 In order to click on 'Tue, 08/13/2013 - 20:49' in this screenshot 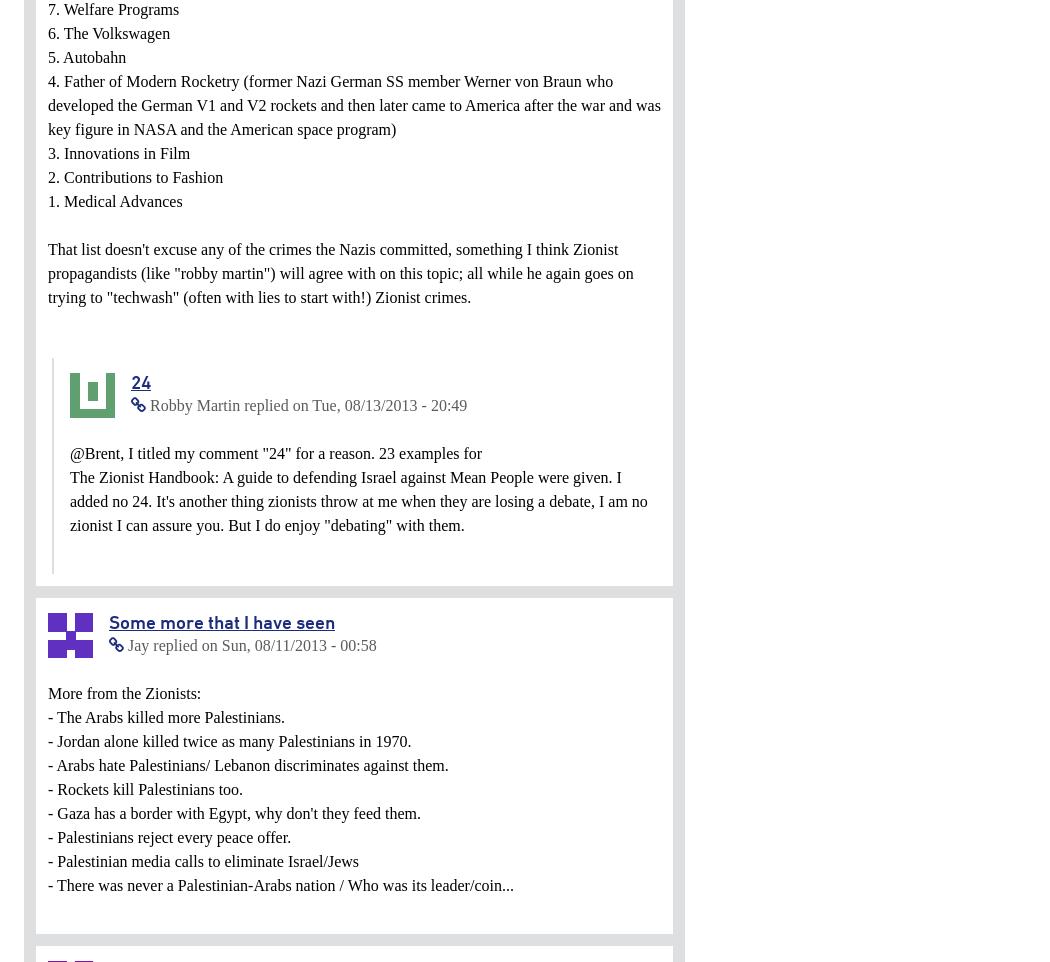, I will do `click(389, 404)`.